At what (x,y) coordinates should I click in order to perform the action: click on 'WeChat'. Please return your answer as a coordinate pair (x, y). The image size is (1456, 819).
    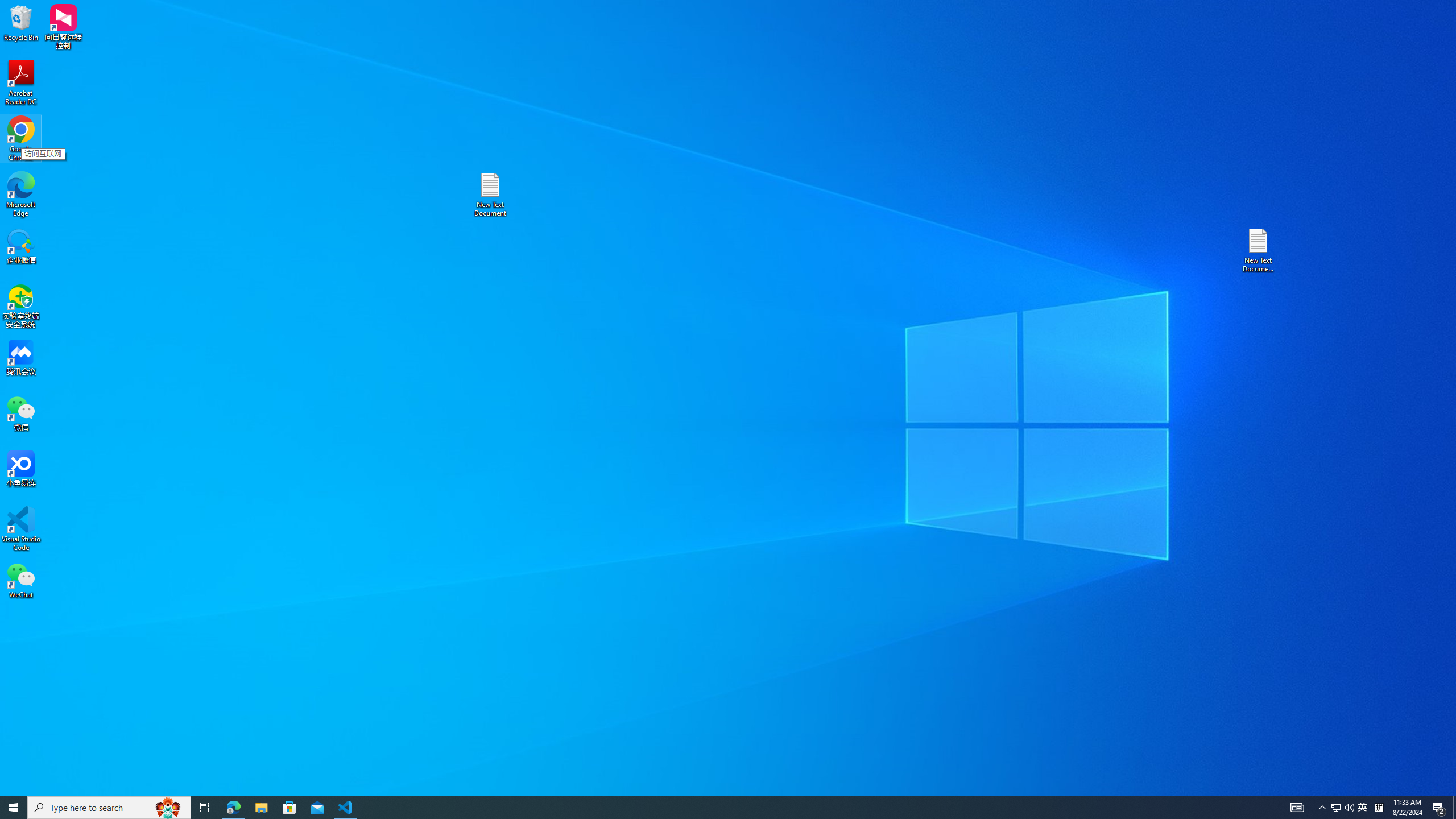
    Looking at the image, I should click on (20, 580).